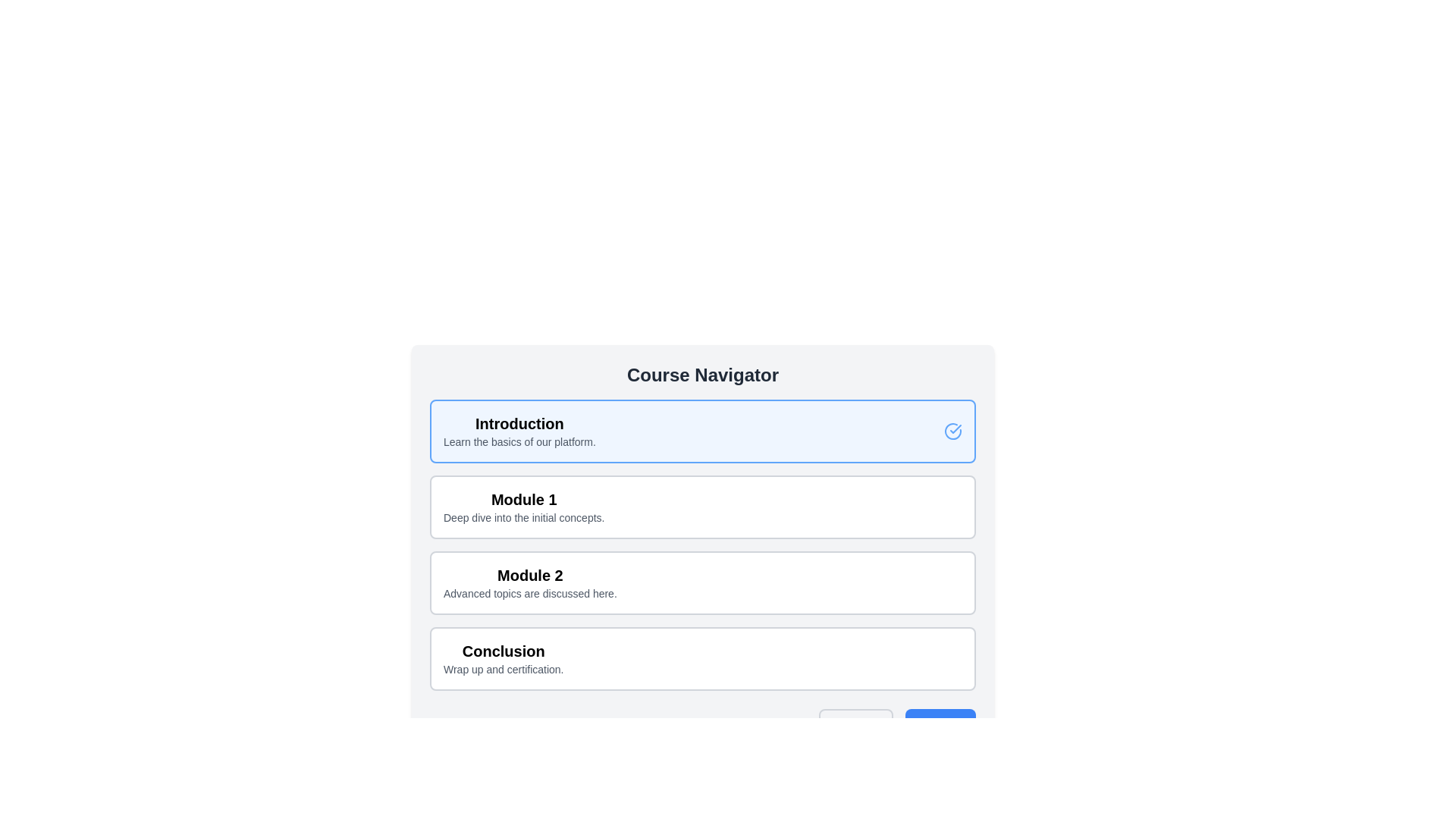 The height and width of the screenshot is (819, 1456). I want to click on the Previous button to navigate, so click(855, 724).